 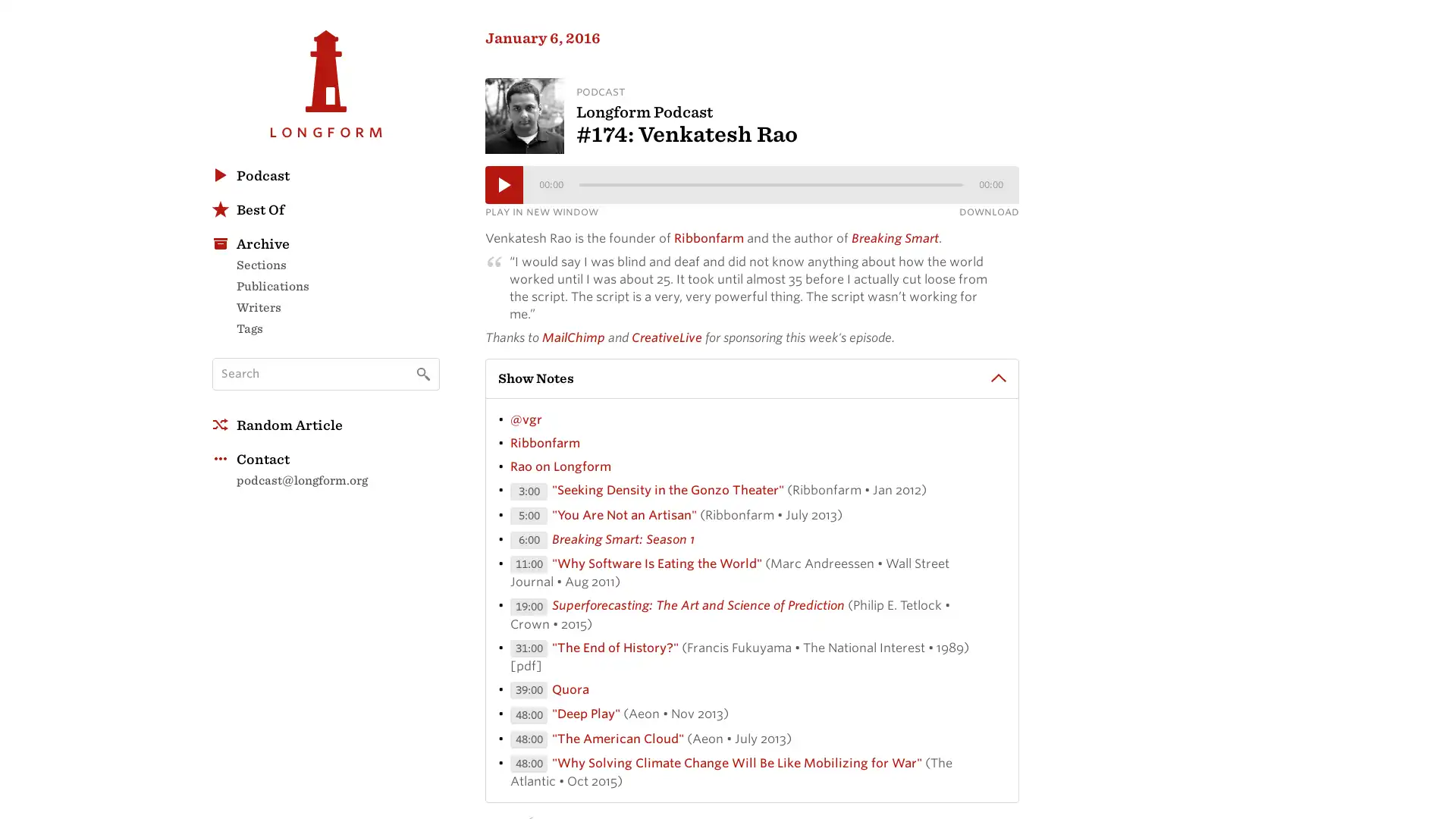 What do you see at coordinates (504, 187) in the screenshot?
I see `Play` at bounding box center [504, 187].